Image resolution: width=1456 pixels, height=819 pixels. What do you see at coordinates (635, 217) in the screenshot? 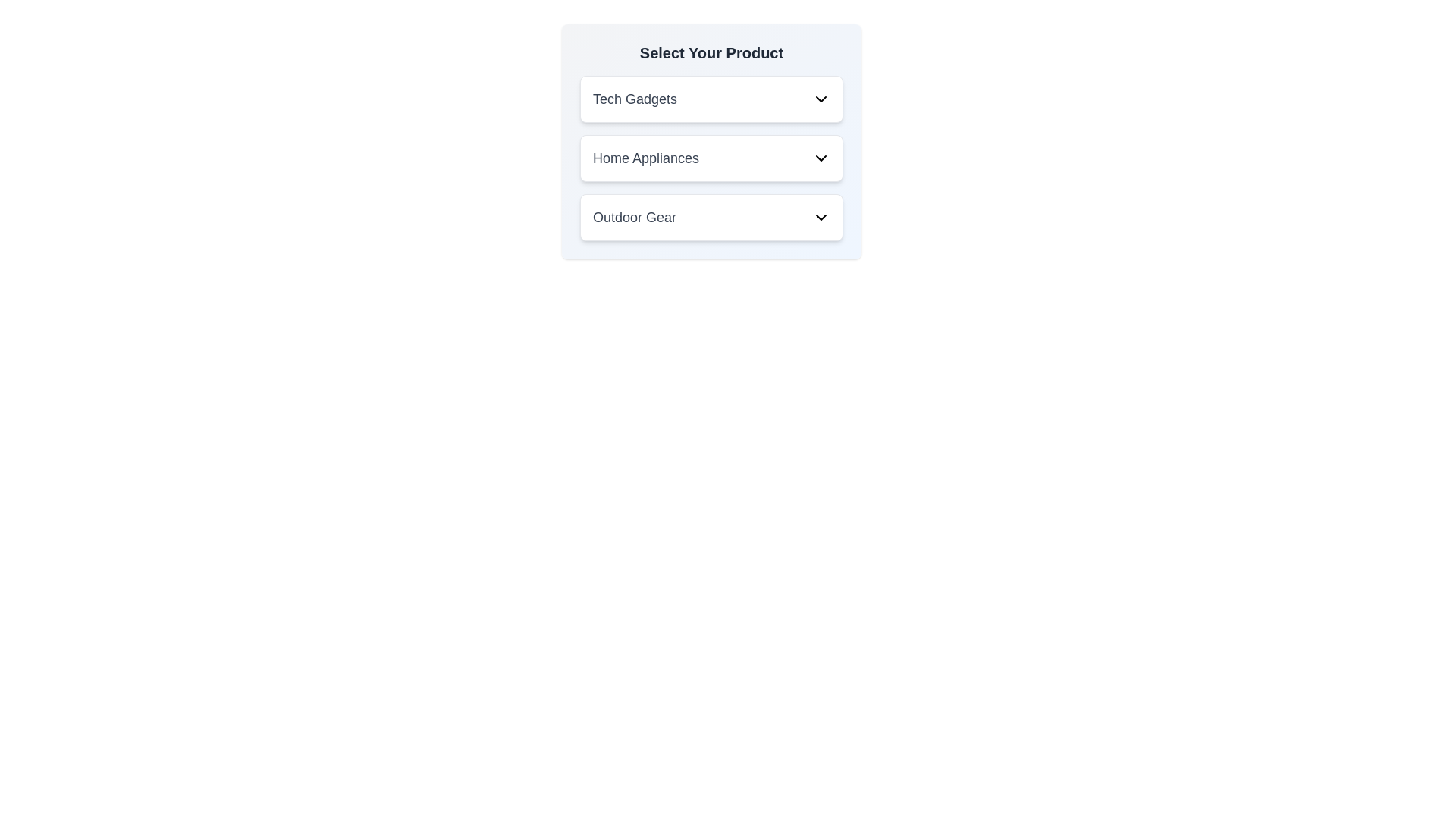
I see `the static text label 'Outdoor Gear' that is styled with medium font weight and gray color, located under the 'Select Your Product' dropdown component` at bounding box center [635, 217].